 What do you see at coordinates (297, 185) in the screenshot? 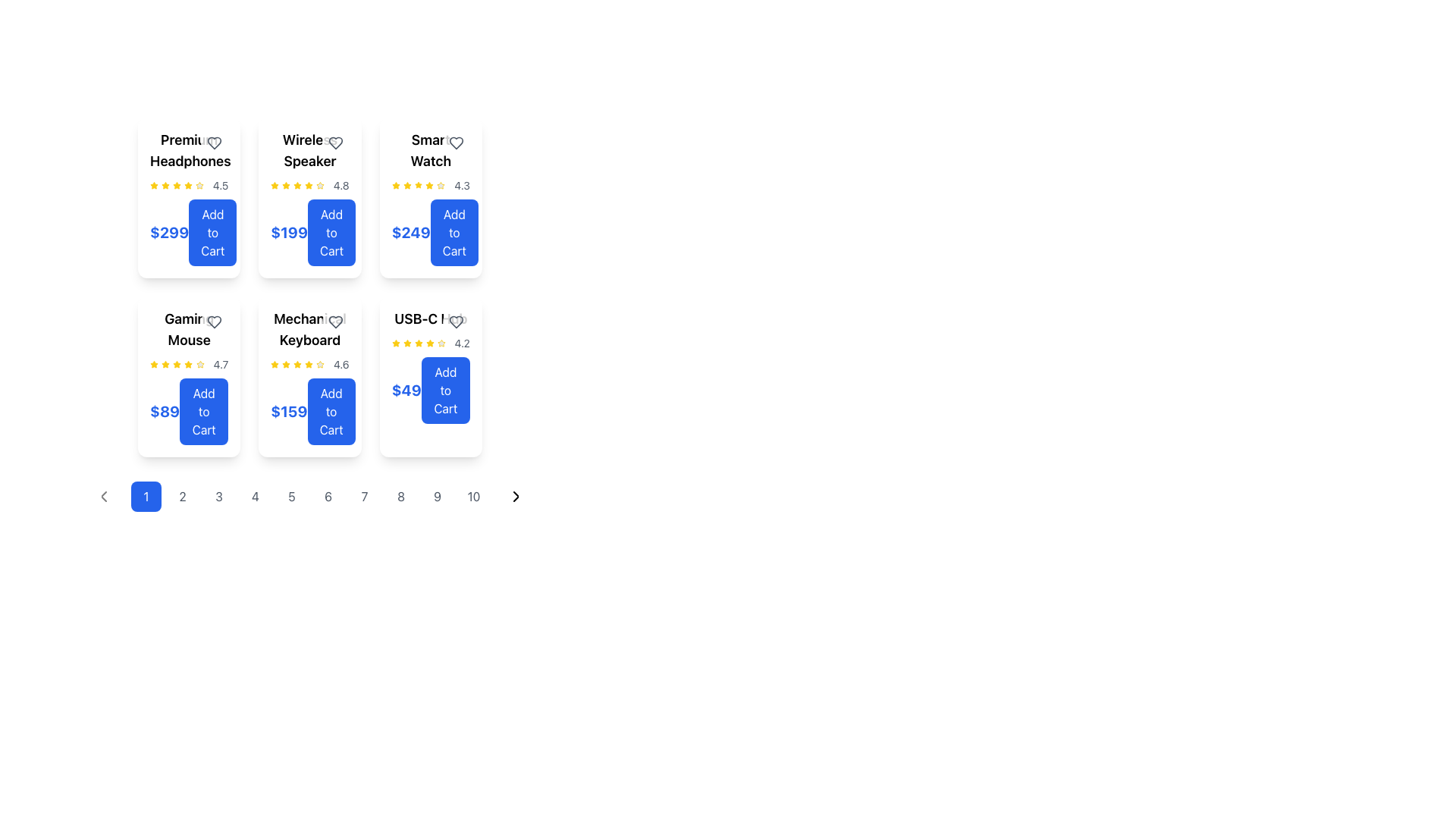
I see `the fourth yellow star icon in the rating display for the 'Wireless Speaker' product card` at bounding box center [297, 185].